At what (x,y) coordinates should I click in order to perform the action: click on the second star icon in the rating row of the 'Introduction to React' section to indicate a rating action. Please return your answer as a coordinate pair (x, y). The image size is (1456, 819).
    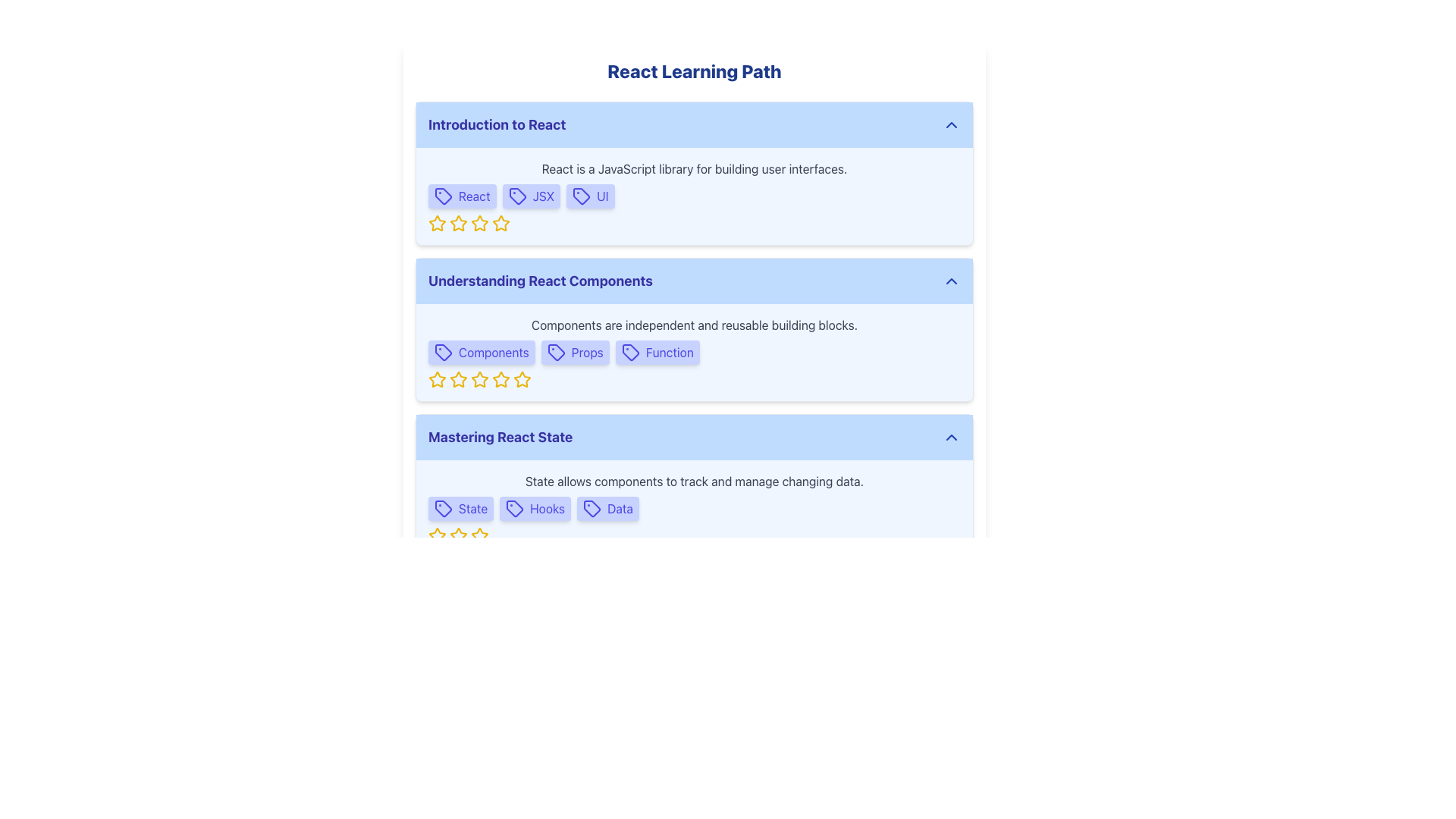
    Looking at the image, I should click on (501, 223).